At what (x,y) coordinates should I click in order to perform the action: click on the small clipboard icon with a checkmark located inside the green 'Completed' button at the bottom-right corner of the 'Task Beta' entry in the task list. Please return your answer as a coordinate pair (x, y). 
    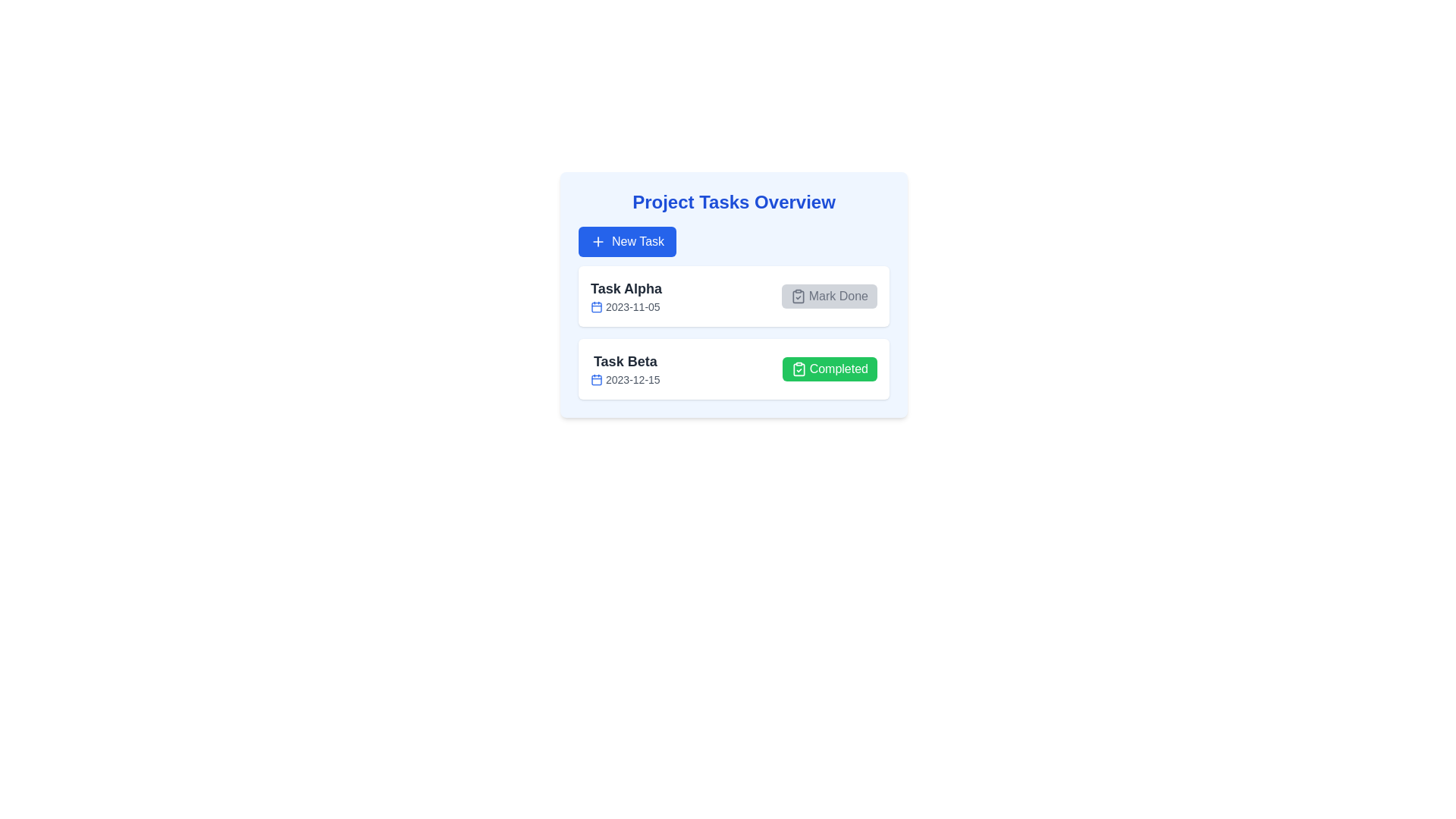
    Looking at the image, I should click on (798, 369).